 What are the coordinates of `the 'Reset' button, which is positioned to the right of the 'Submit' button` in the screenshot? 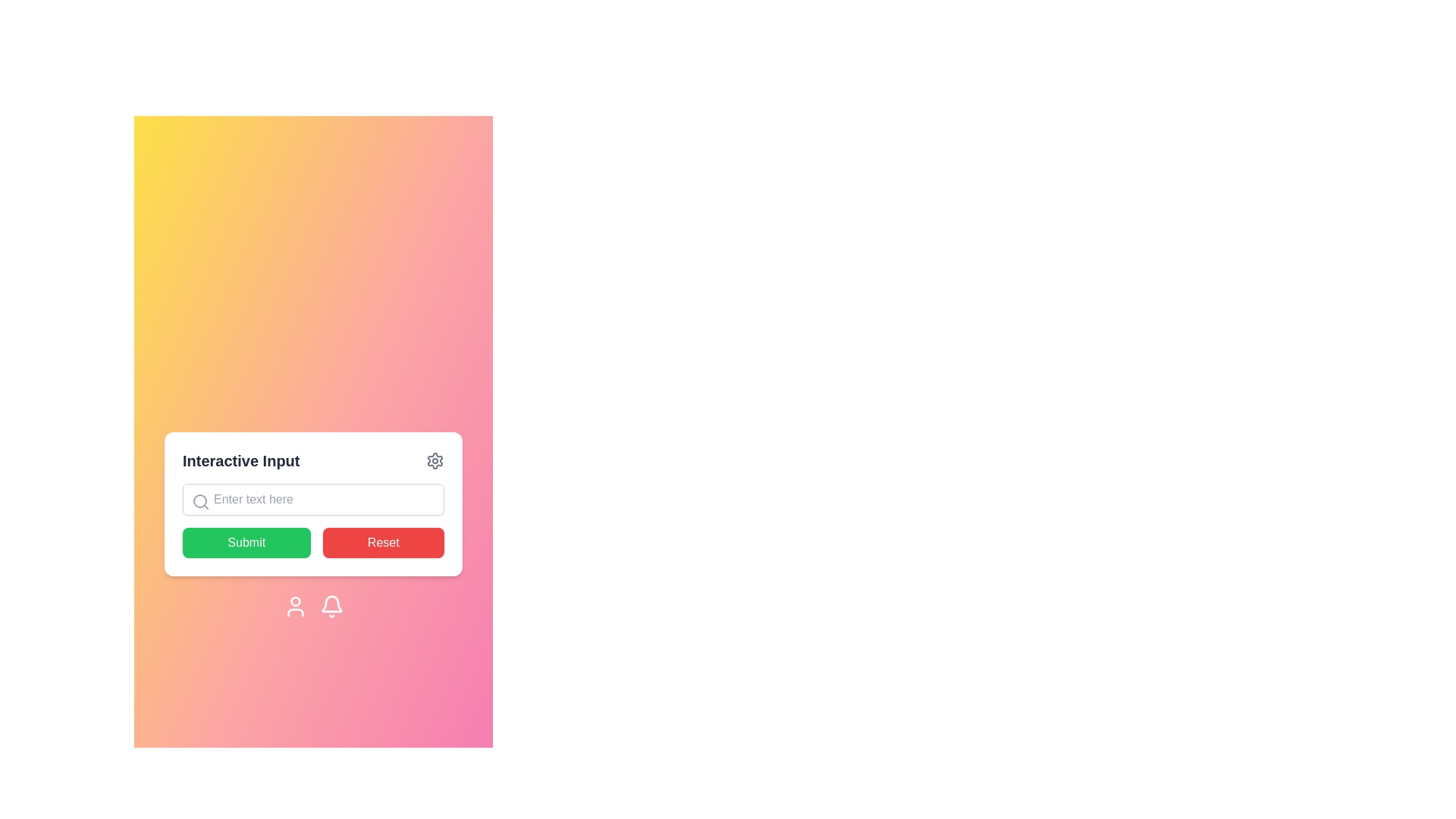 It's located at (383, 542).